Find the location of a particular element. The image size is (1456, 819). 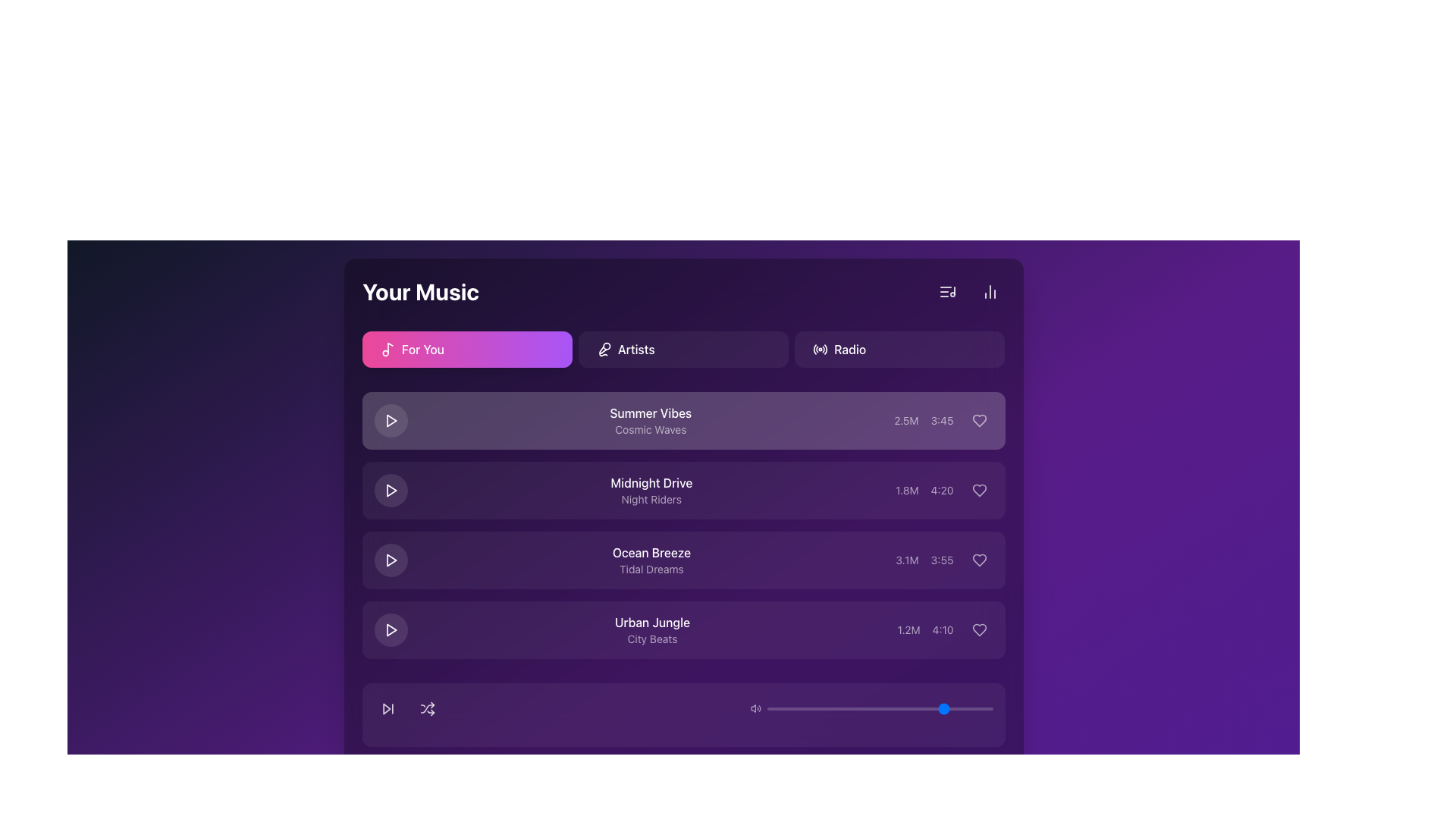

the musical-themed list icon located in the top-right corner of the application interface is located at coordinates (946, 292).